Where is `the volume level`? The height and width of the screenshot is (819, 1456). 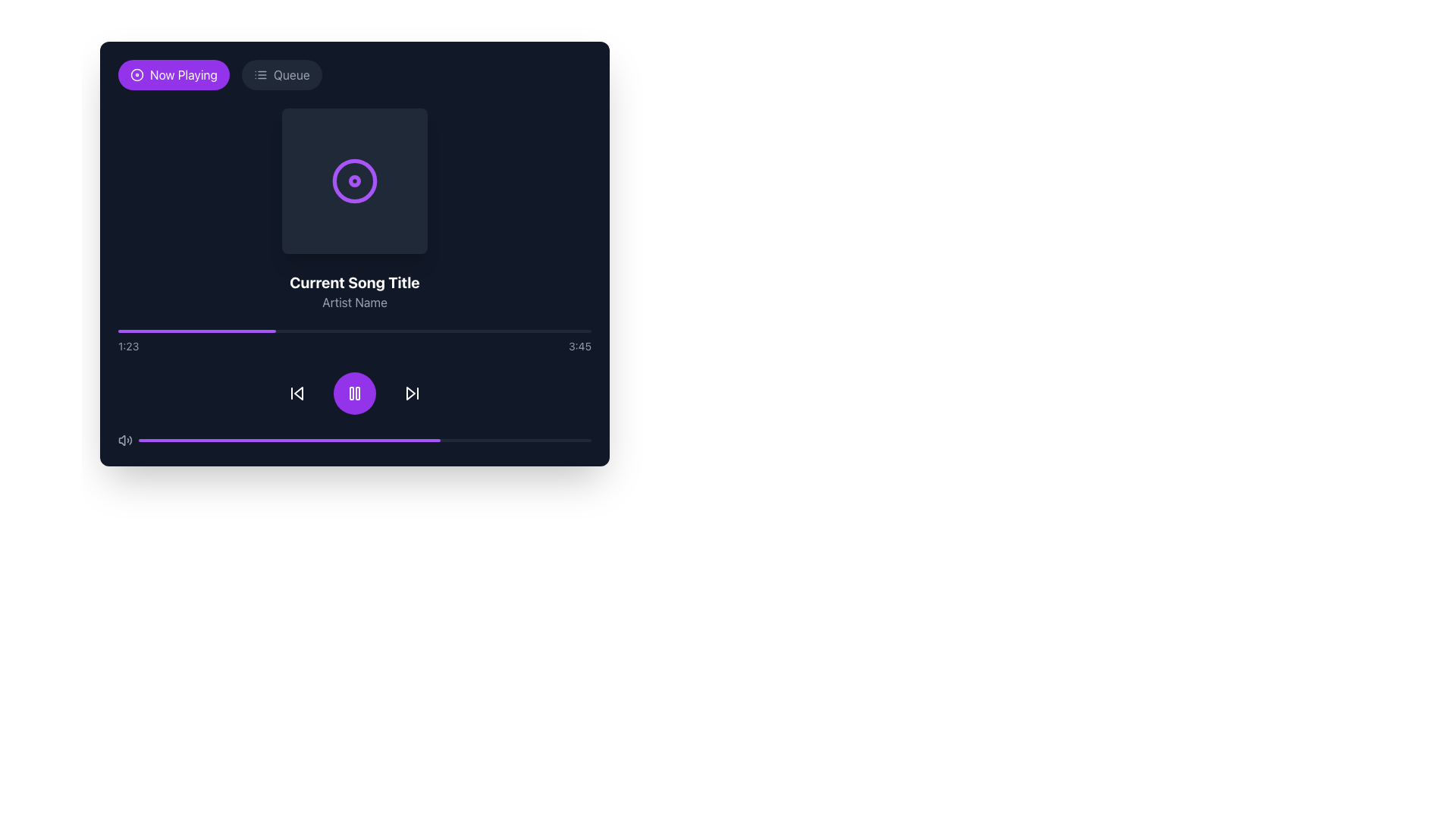
the volume level is located at coordinates (323, 441).